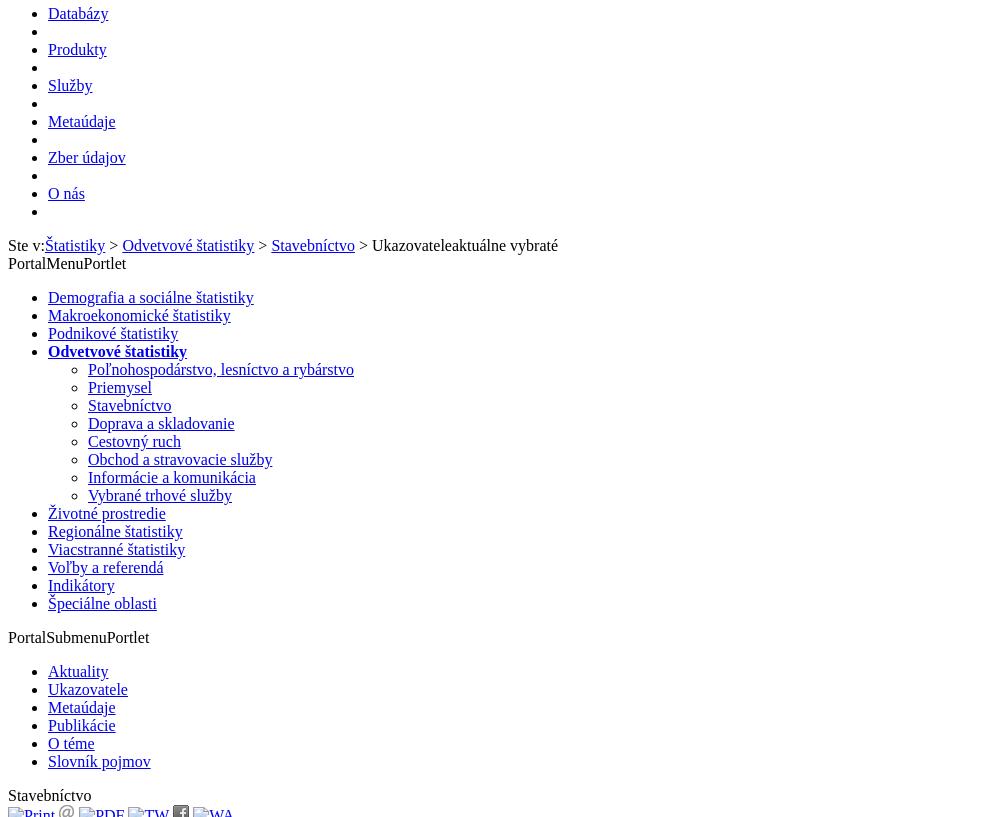 Image resolution: width=1000 pixels, height=817 pixels. Describe the element at coordinates (139, 315) in the screenshot. I see `'Makroekonomické štatistiky'` at that location.